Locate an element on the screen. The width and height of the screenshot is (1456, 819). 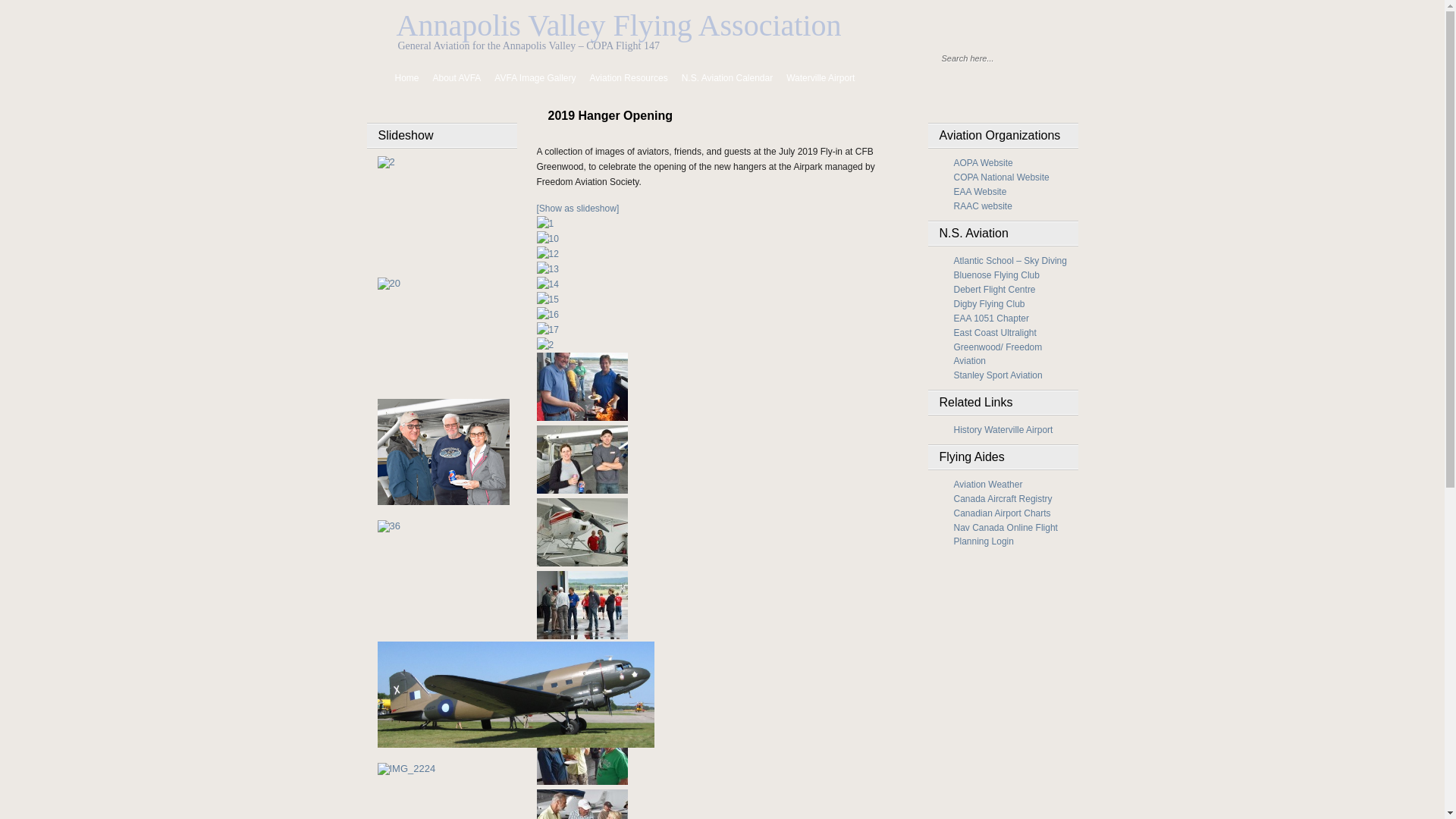
'10' is located at coordinates (537, 239).